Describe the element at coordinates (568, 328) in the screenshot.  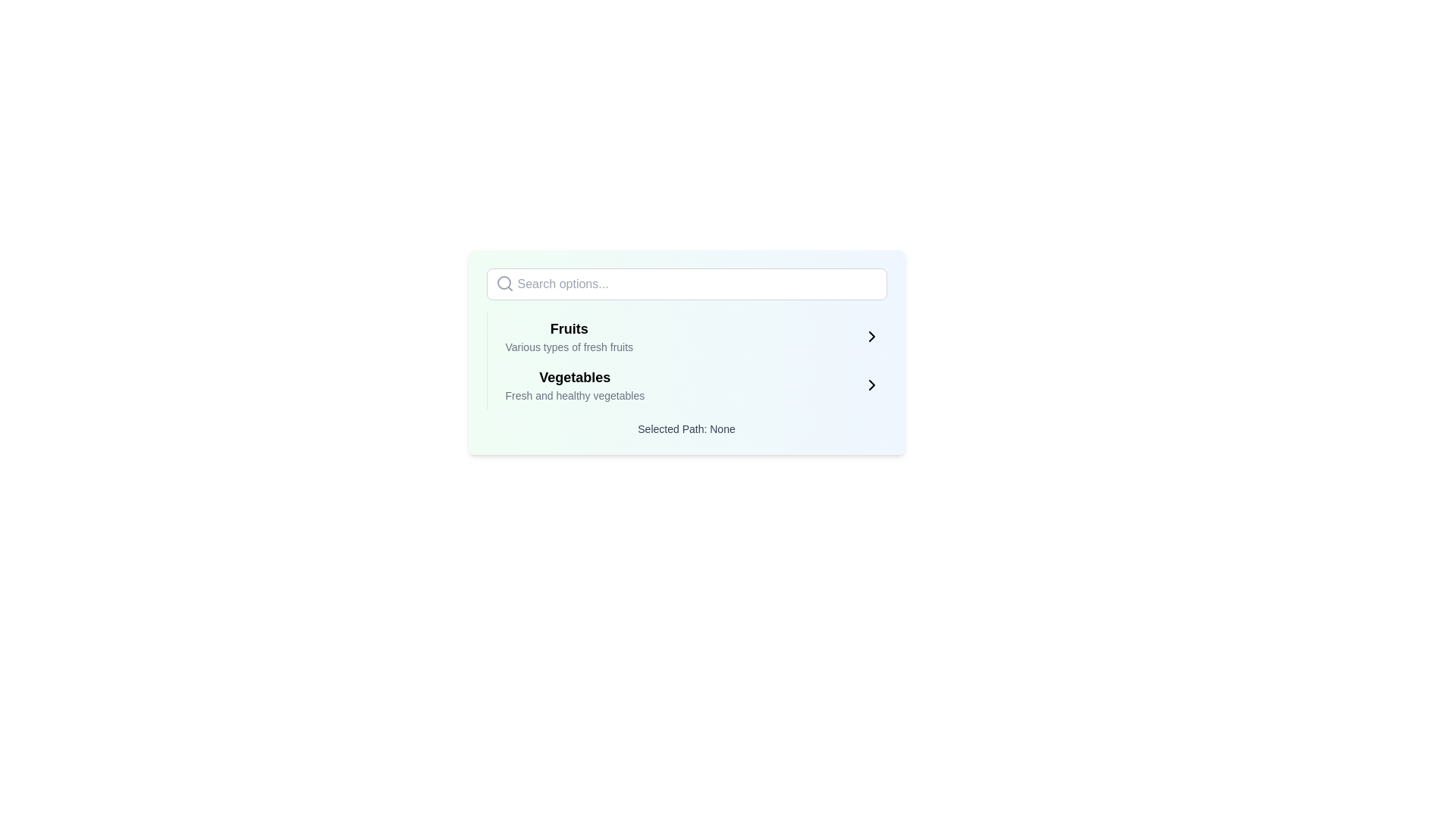
I see `the bold header text labeled 'Fruits', which serves as the title for the section above the descriptive text` at that location.